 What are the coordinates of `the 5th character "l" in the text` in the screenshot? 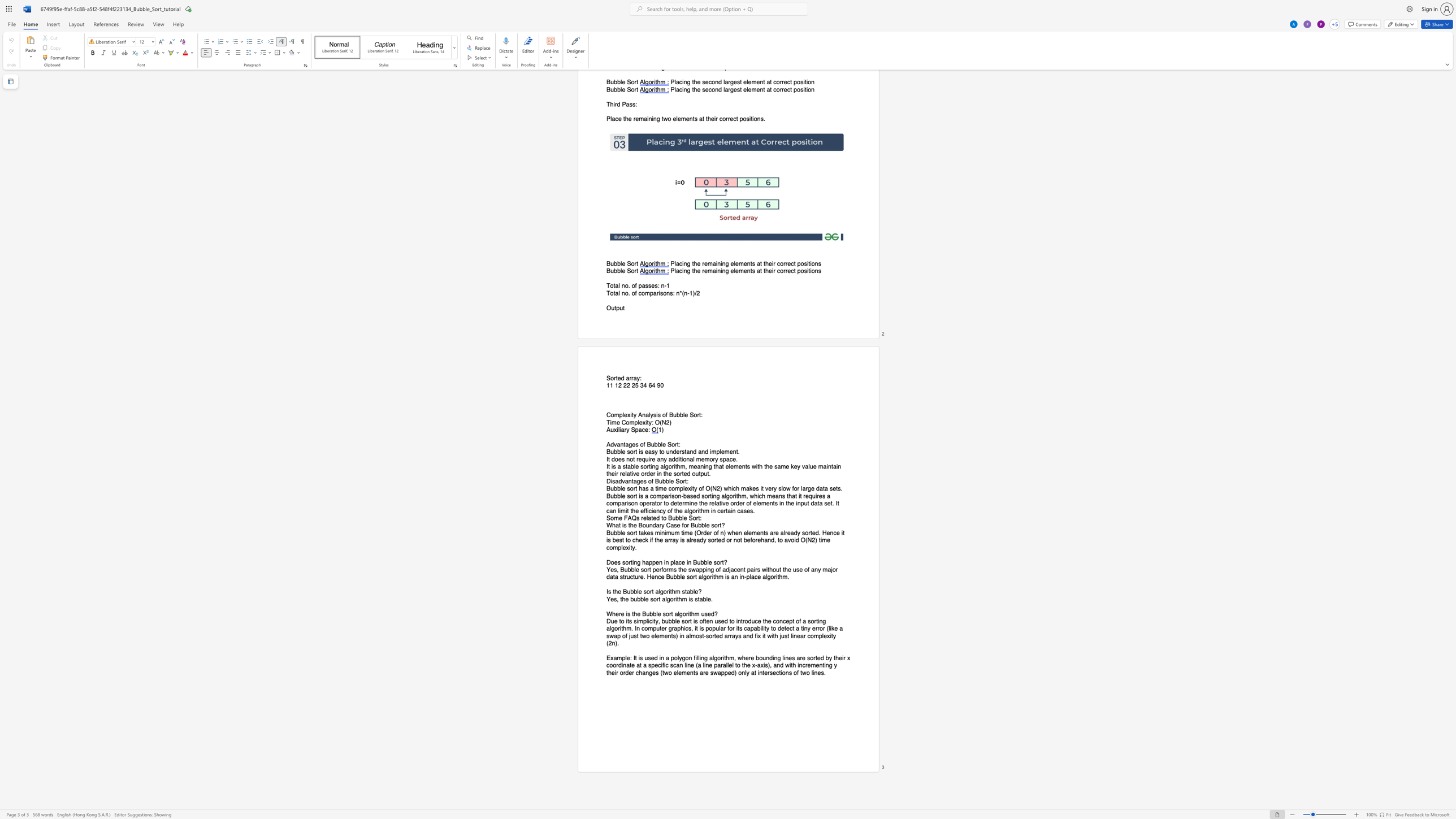 It's located at (713, 657).